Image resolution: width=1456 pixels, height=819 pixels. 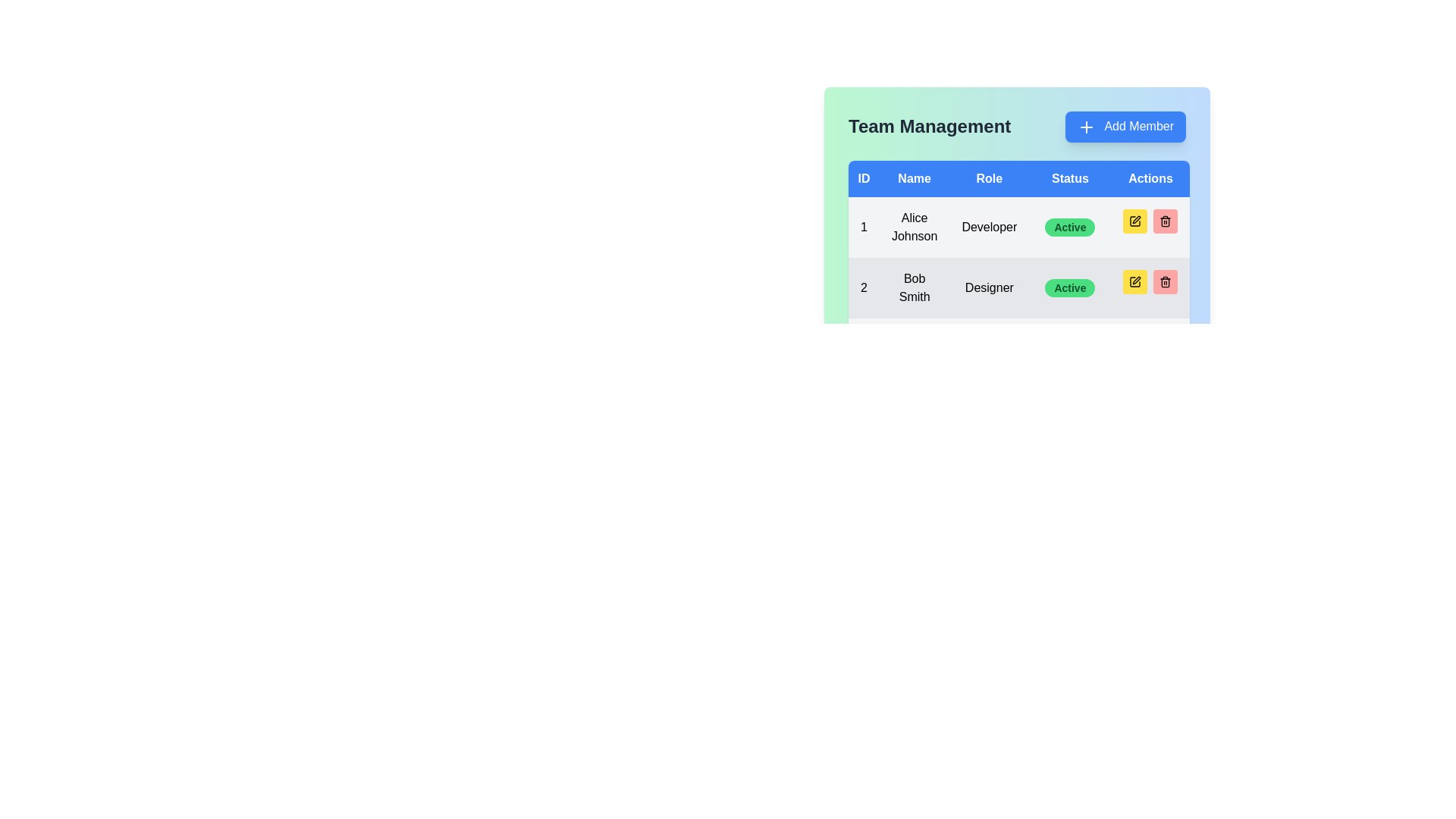 What do you see at coordinates (1135, 281) in the screenshot?
I see `the edit Icon button located in the Actions column of the second row in the Team Management interface` at bounding box center [1135, 281].